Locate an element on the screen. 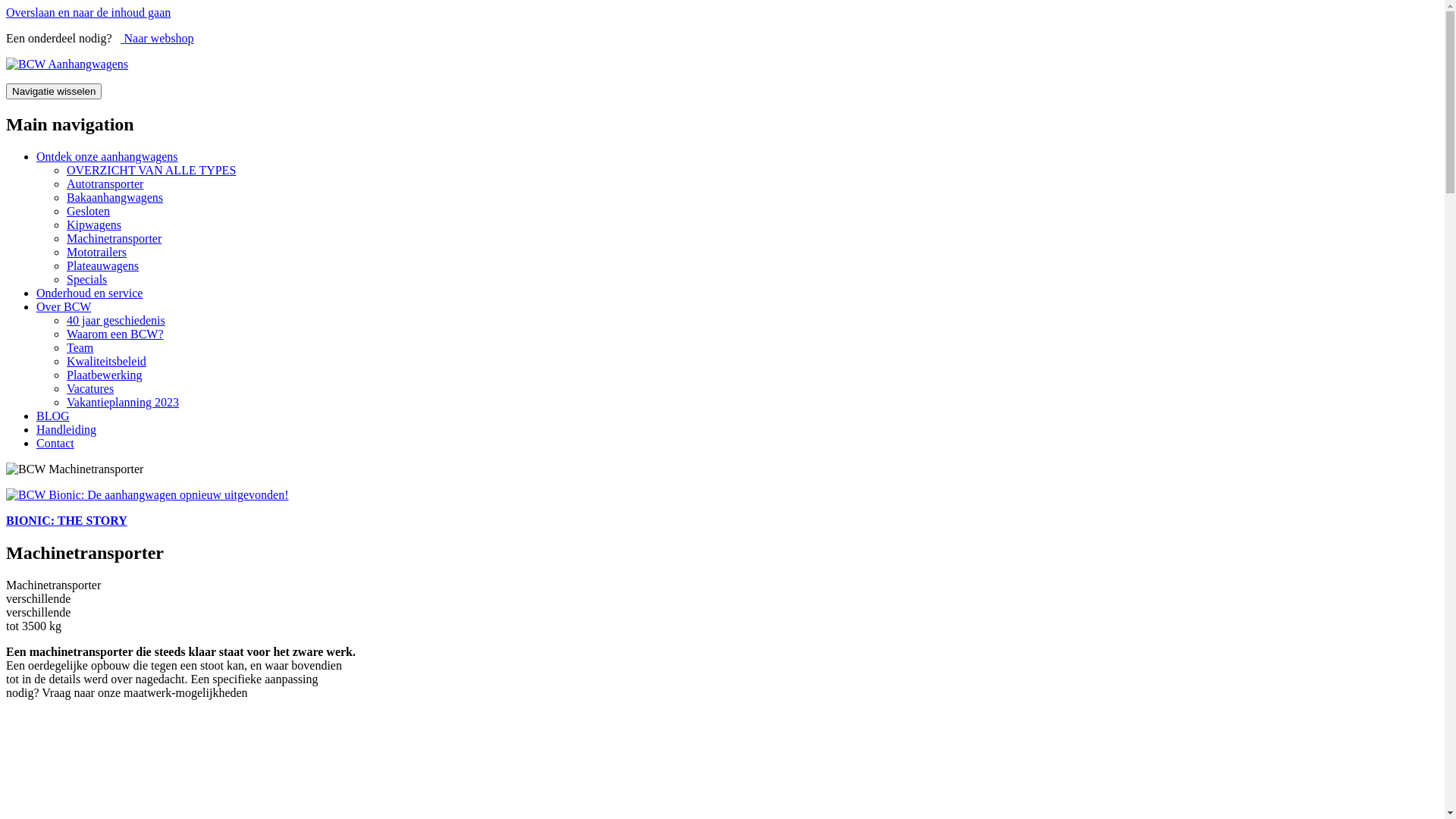 Image resolution: width=1456 pixels, height=819 pixels. 'Handleiding' is located at coordinates (65, 429).